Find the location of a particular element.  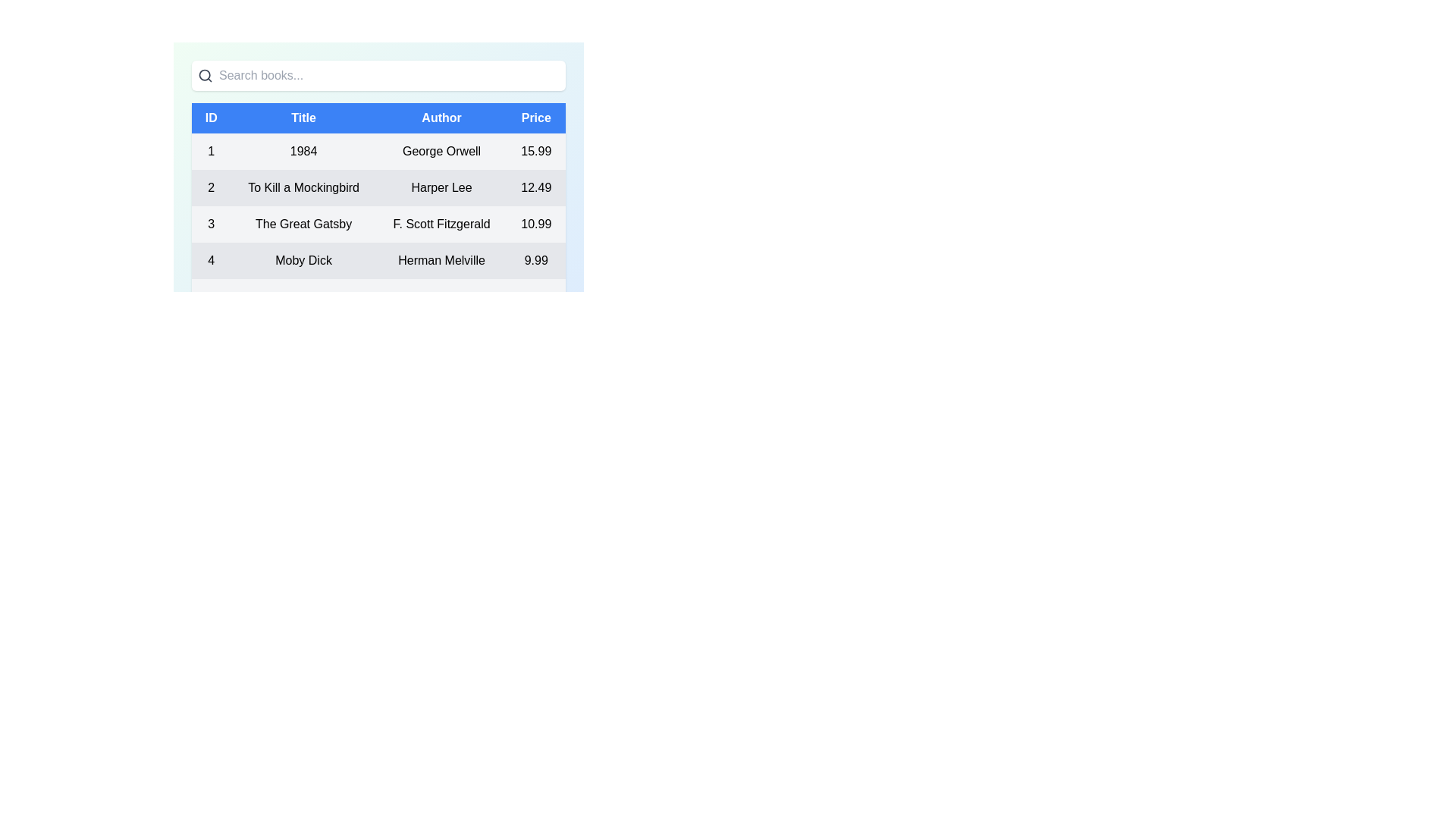

the numerical value '4' displayed in a bold, large font within the first cell of the fourth row in the tabular data structure, corresponding to the 'ID' field for the book 'Moby Dick' is located at coordinates (210, 259).